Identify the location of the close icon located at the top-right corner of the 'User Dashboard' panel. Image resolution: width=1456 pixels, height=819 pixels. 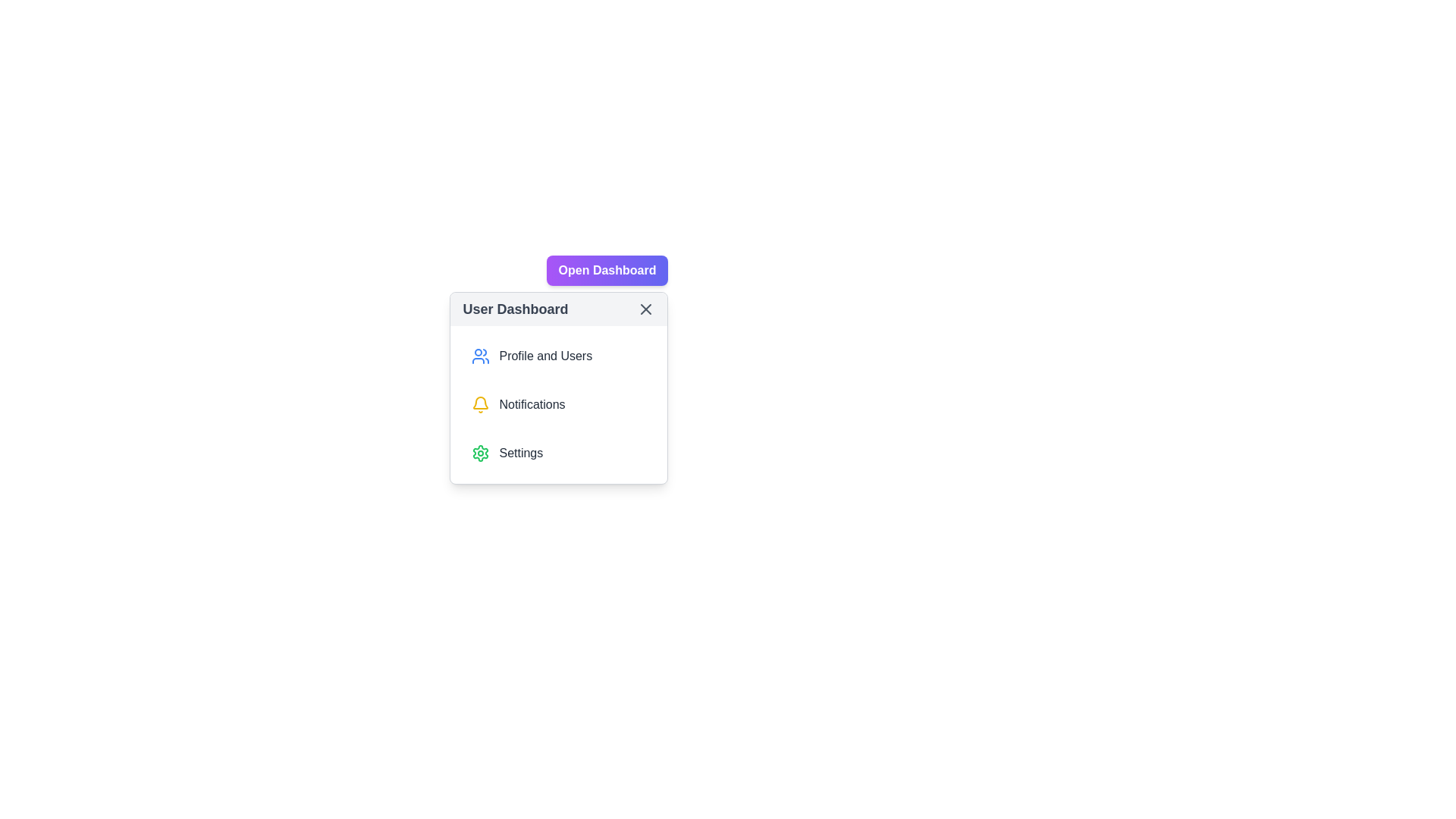
(646, 309).